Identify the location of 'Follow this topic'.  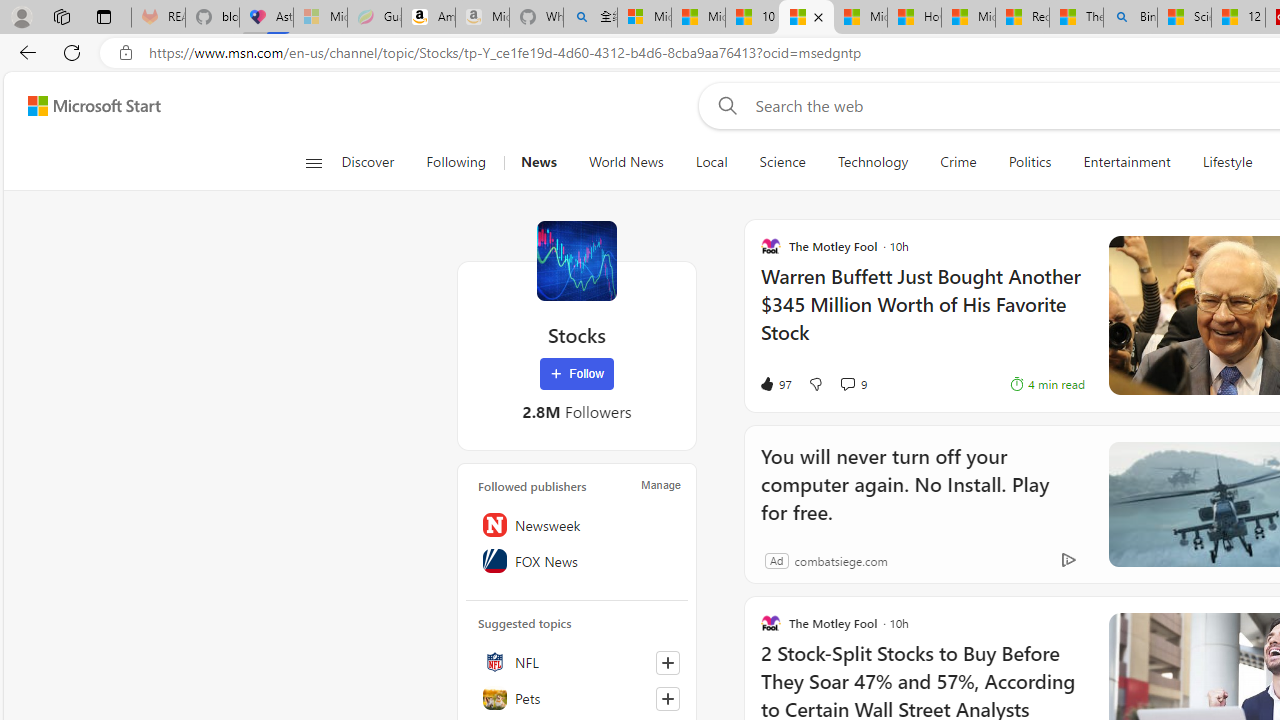
(668, 697).